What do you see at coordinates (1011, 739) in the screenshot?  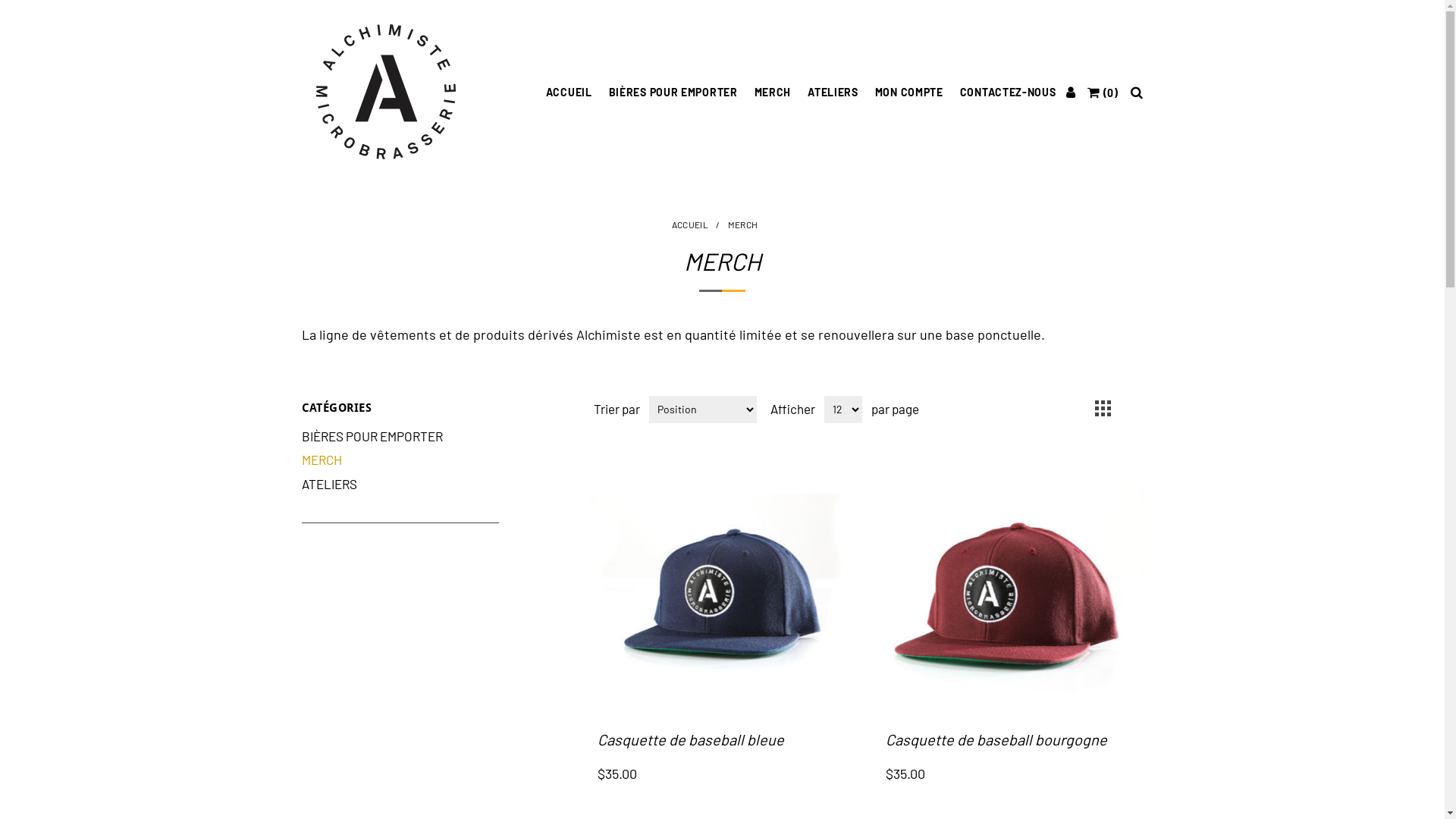 I see `'Casquette de baseball bourgogne'` at bounding box center [1011, 739].